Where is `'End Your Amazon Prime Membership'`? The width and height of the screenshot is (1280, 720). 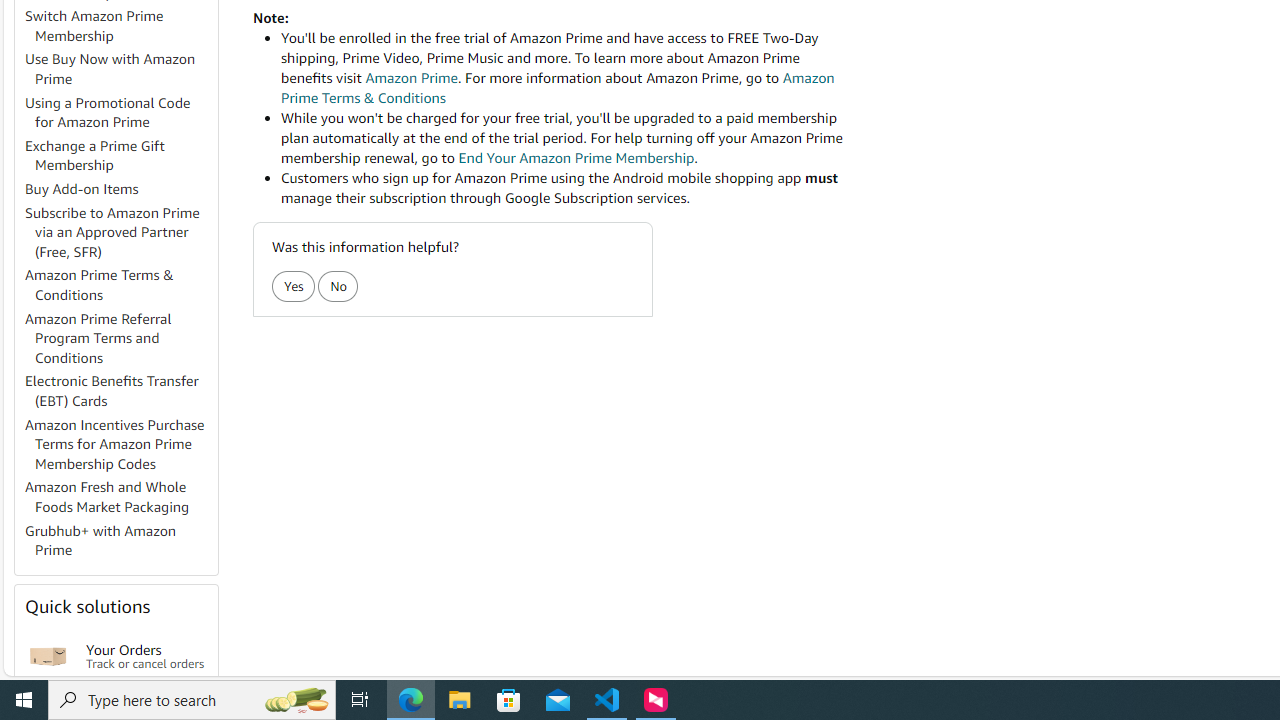 'End Your Amazon Prime Membership' is located at coordinates (575, 157).